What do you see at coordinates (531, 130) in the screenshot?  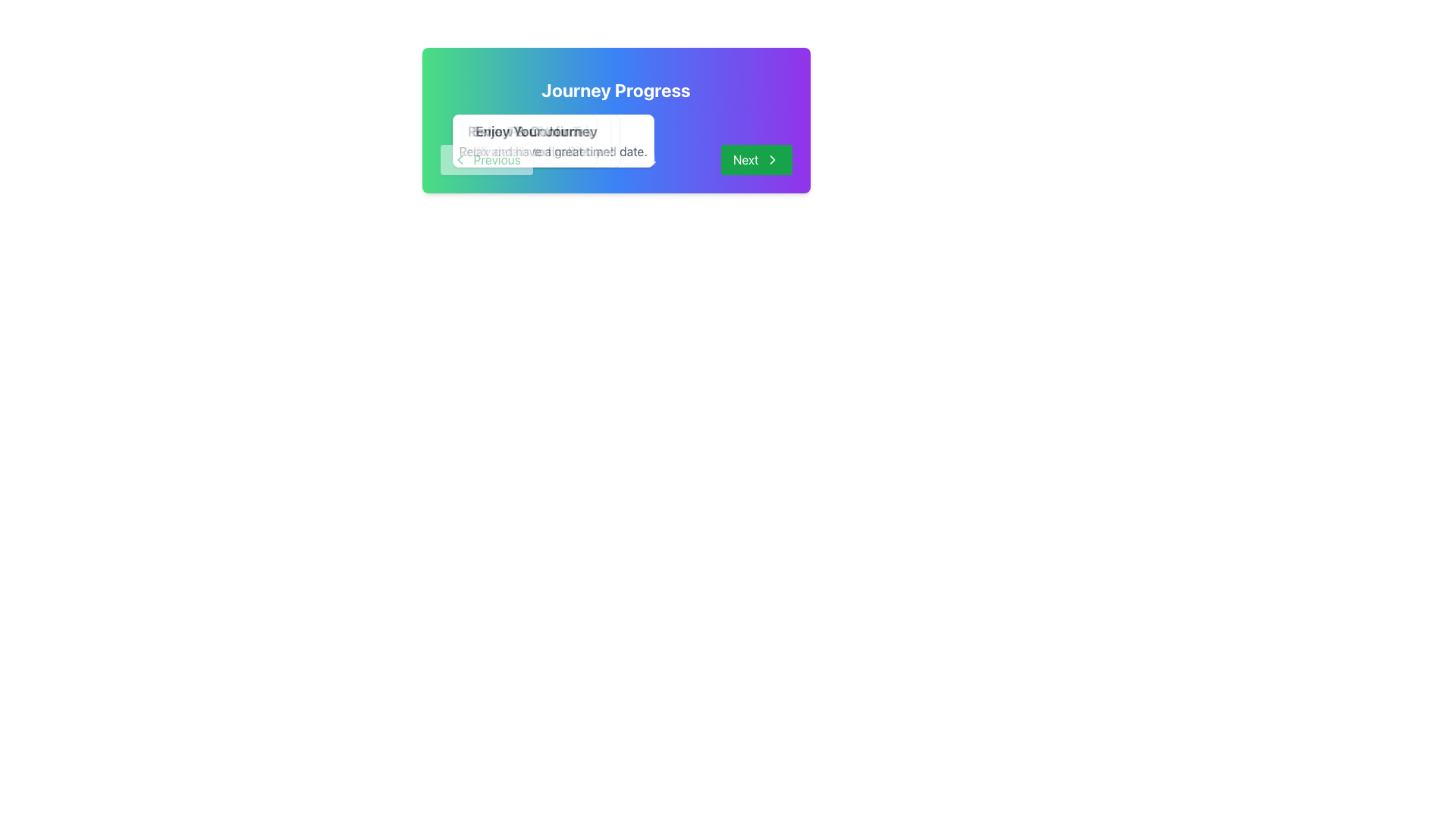 I see `the Text Label that serves as a title or heading for the section above 'Opt for transport and stay.'` at bounding box center [531, 130].